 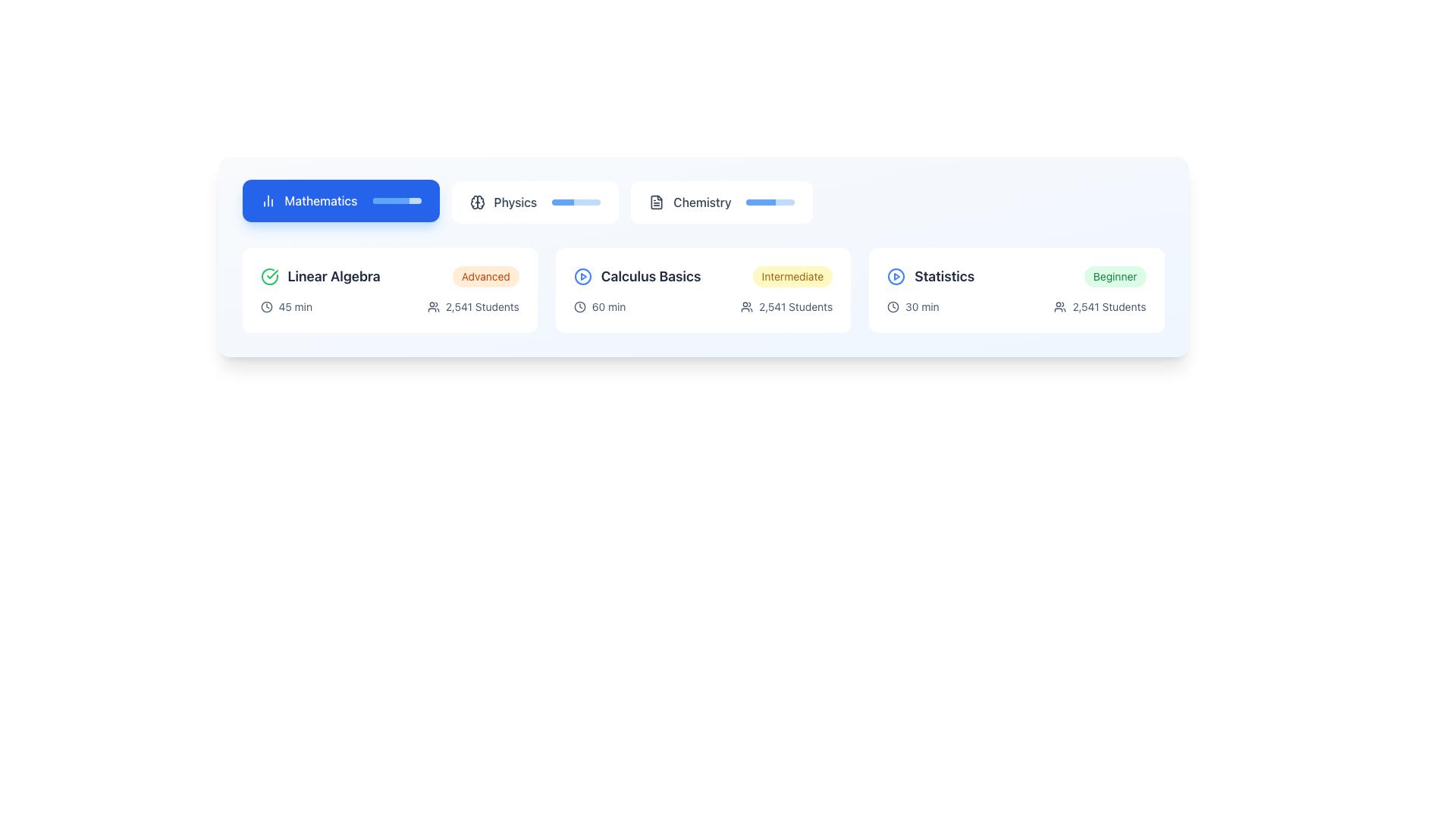 I want to click on the checkmark icon component, which is a green stroke within a circular frame, to possibly view interaction details, so click(x=272, y=275).